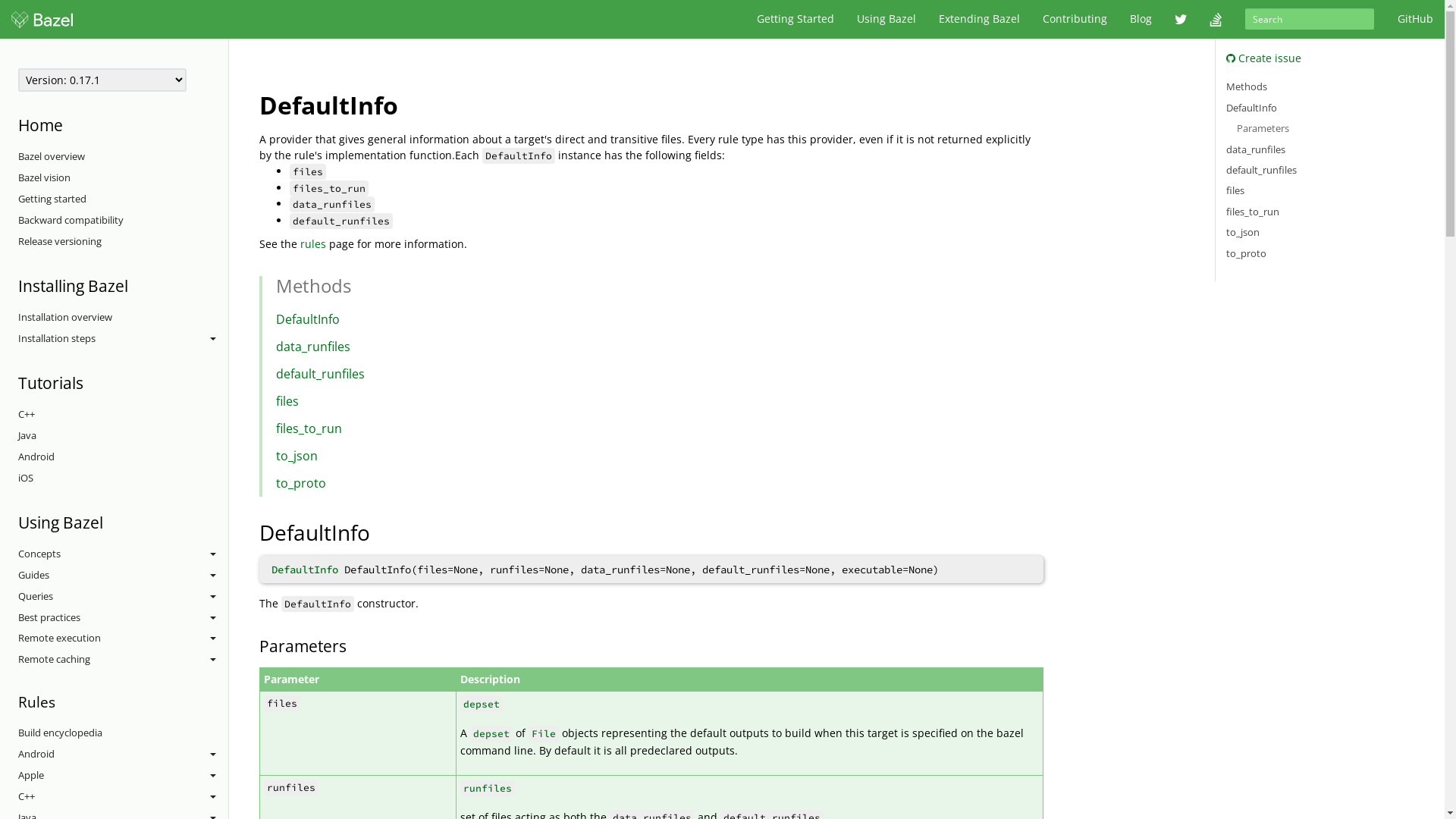  I want to click on 'Parameters', so click(1263, 127).